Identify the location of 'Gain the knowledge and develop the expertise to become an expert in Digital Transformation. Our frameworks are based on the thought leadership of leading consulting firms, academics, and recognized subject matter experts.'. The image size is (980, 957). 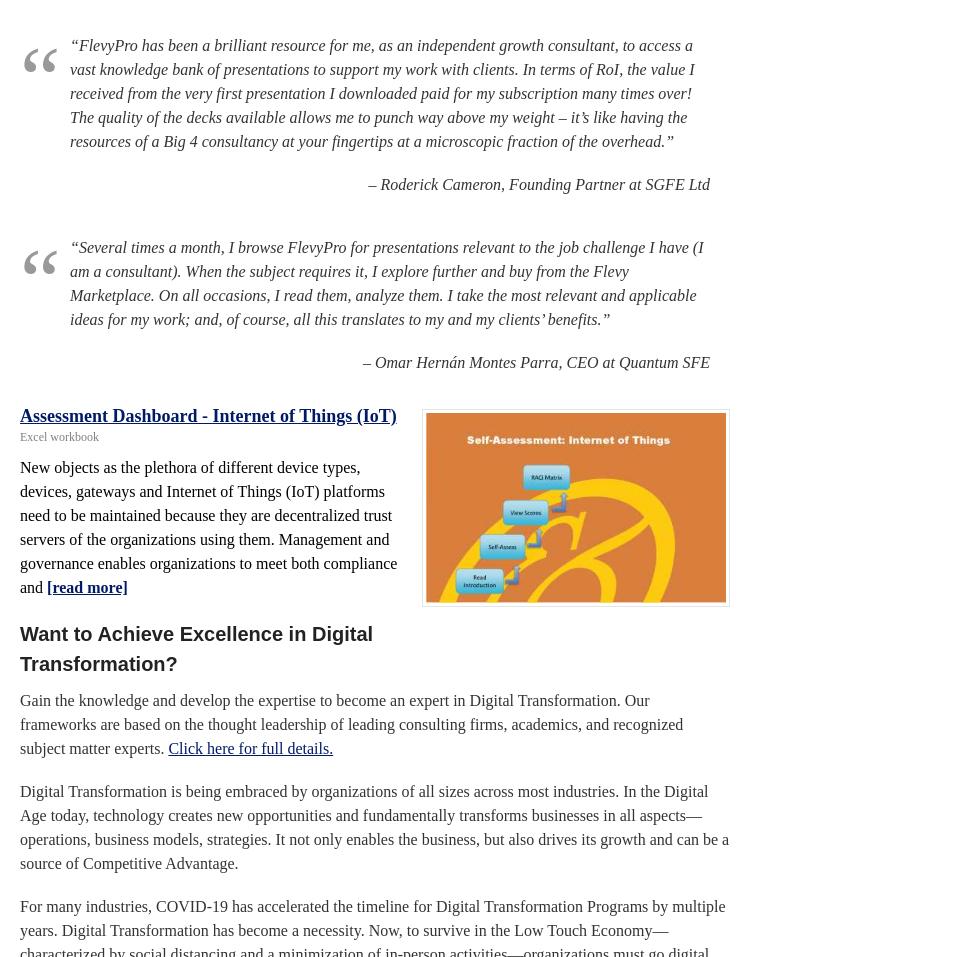
(19, 723).